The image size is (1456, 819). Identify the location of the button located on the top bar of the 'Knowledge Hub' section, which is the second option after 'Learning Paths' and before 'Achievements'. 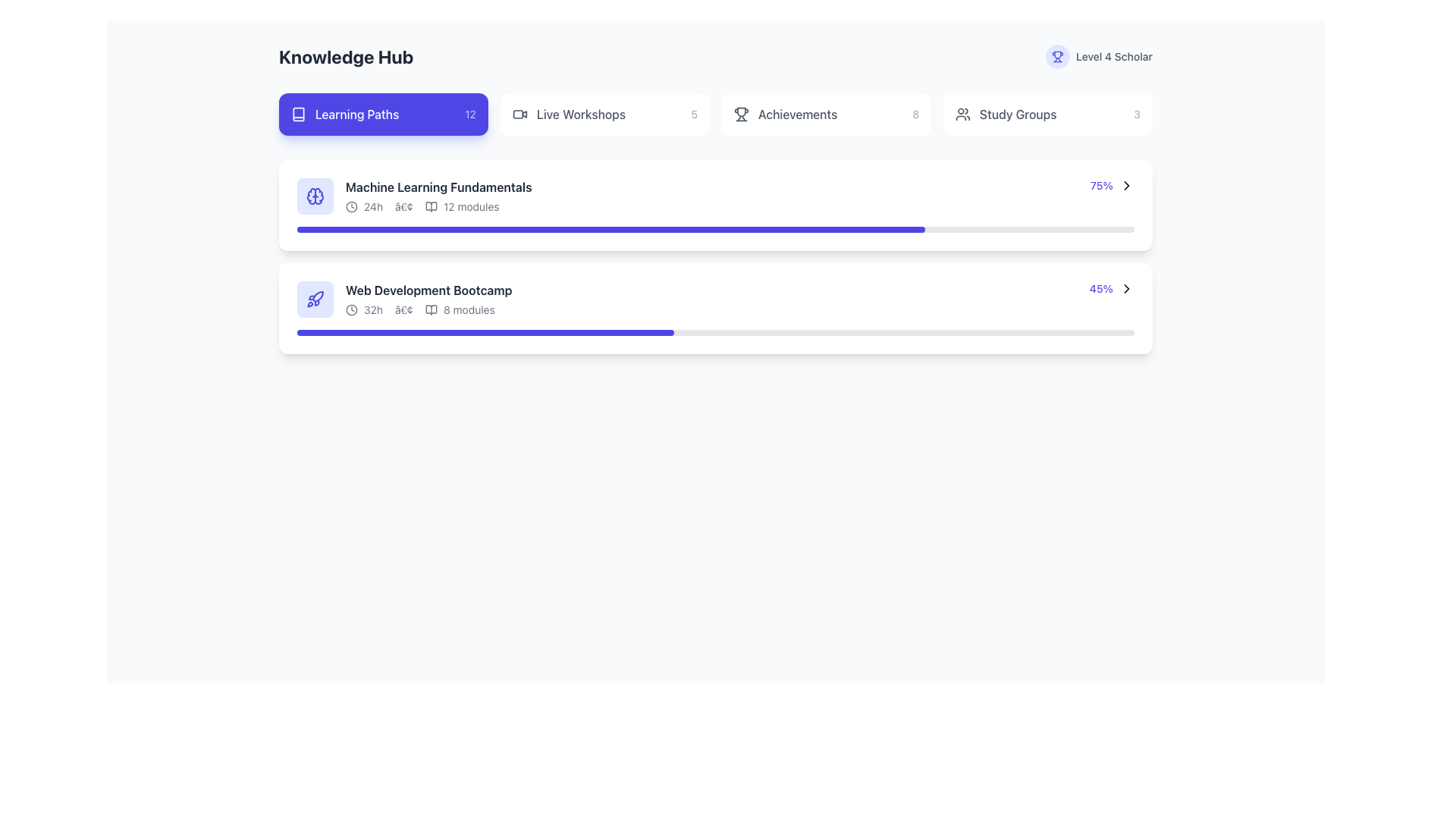
(568, 113).